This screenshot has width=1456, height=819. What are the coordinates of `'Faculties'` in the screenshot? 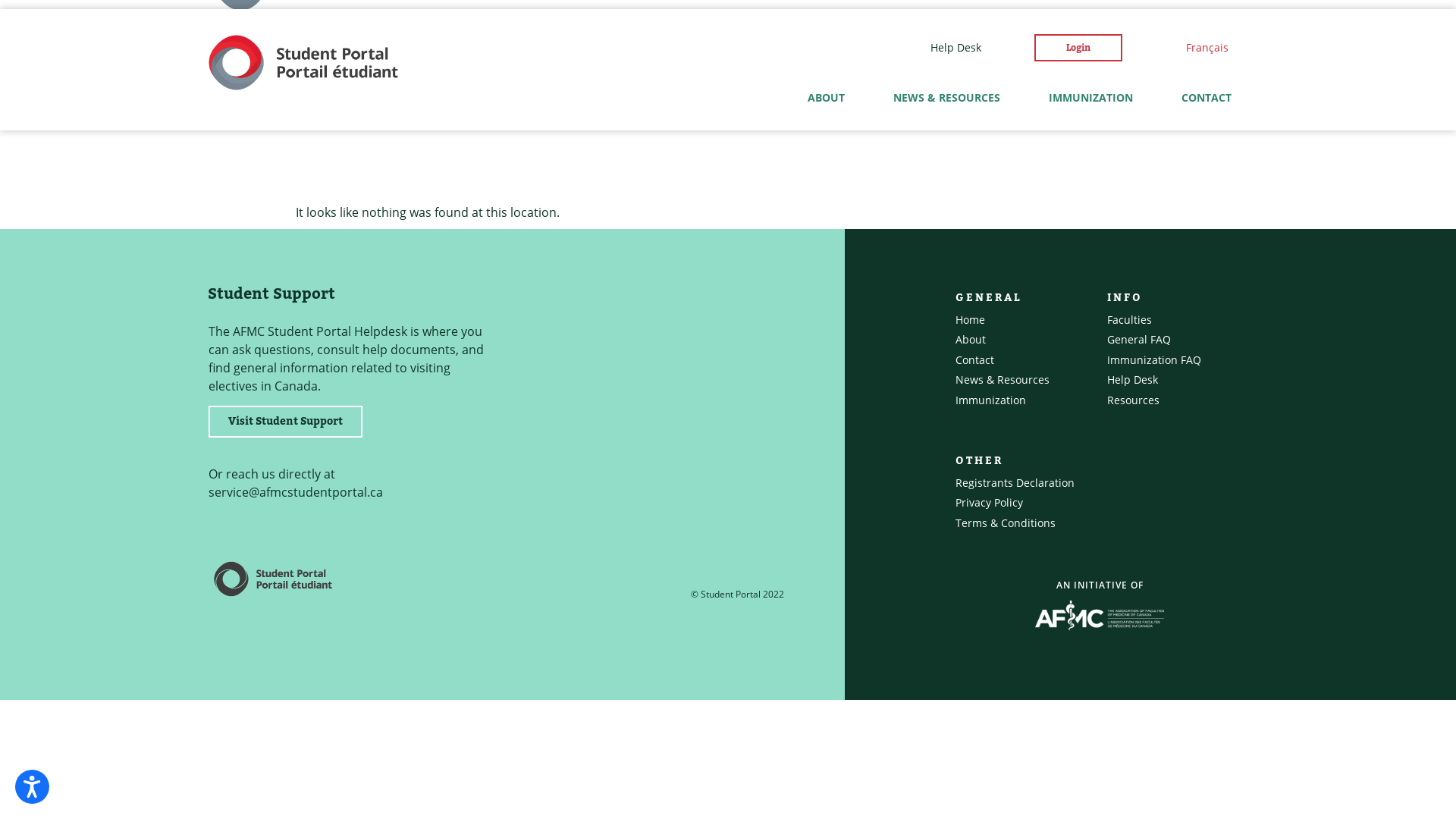 It's located at (1129, 318).